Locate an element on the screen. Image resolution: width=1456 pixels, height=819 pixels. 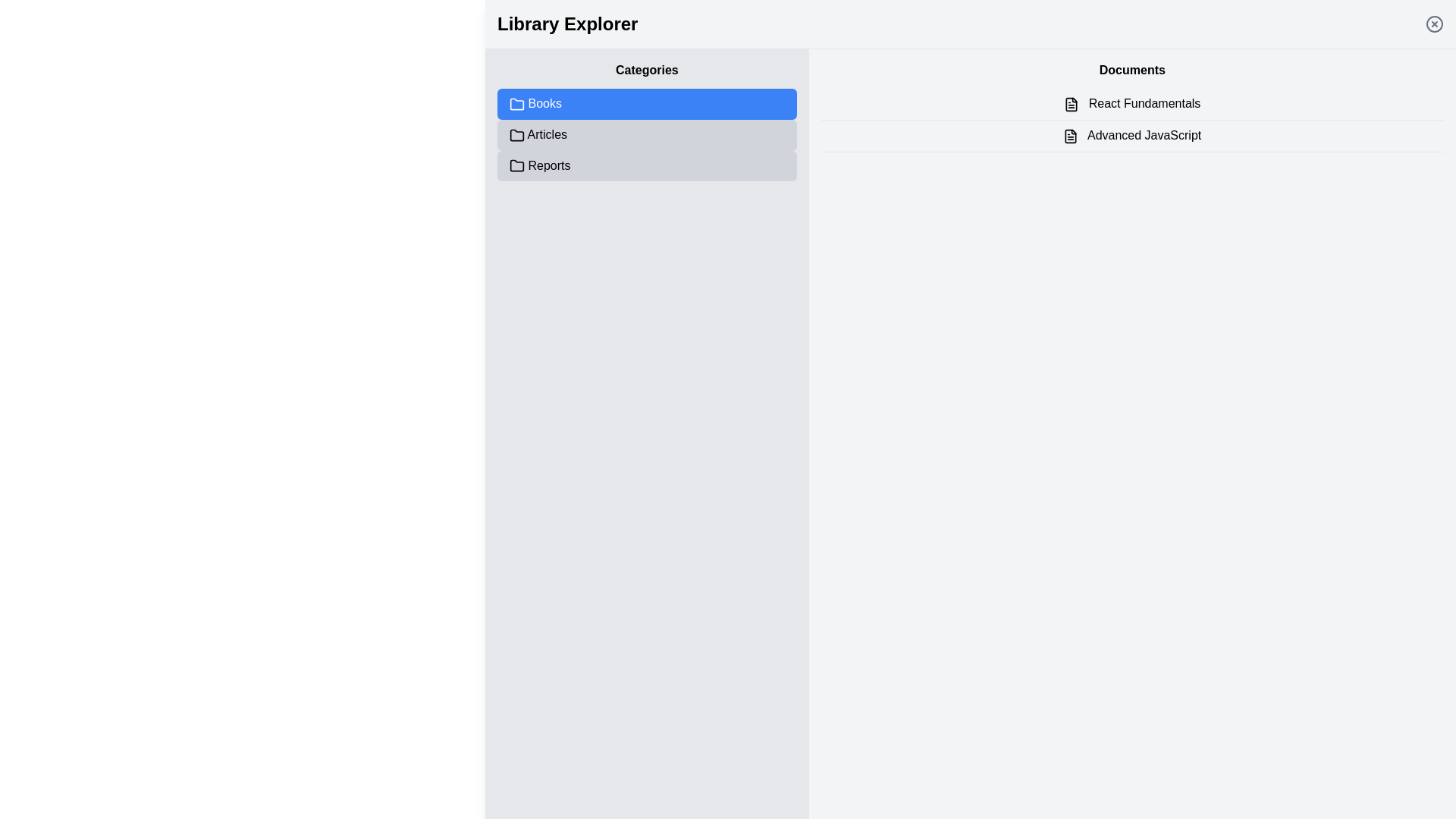
the folder icon labeled 'Articles' in the 'Categories' sidebar is located at coordinates (516, 134).